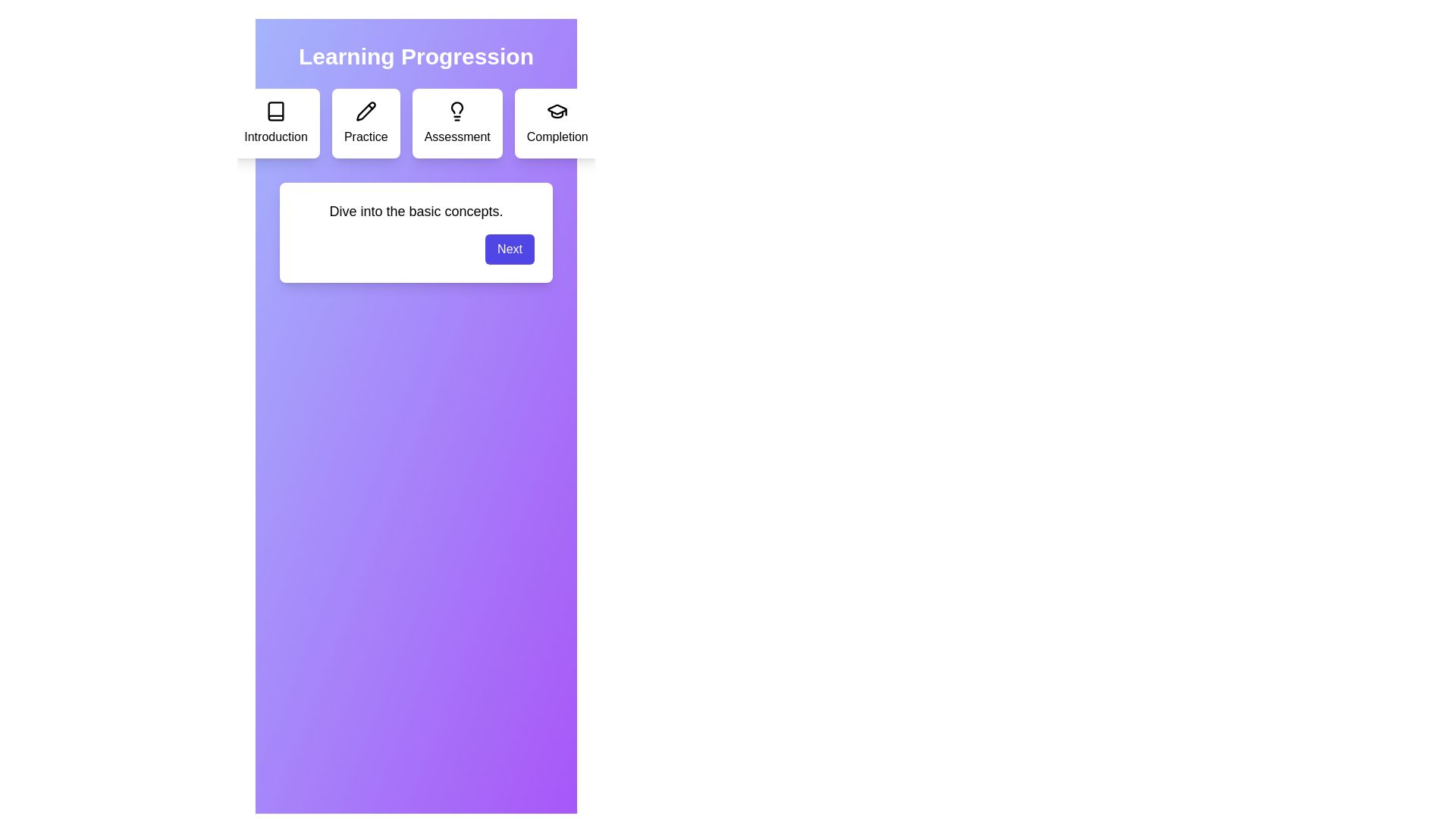  I want to click on the 'Next' button to navigate to the next step in the learning progression, so click(510, 248).